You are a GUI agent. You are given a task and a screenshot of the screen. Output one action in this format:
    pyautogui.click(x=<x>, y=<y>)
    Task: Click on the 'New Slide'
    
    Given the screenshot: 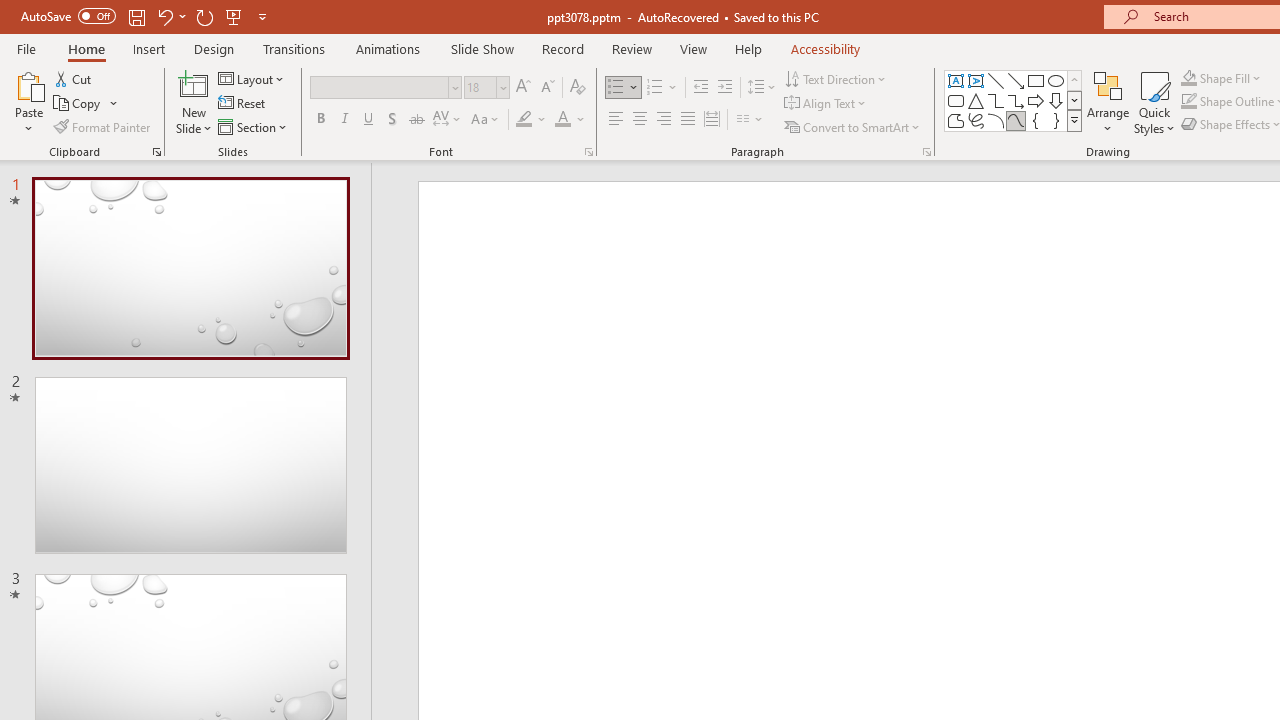 What is the action you would take?
    pyautogui.click(x=193, y=103)
    